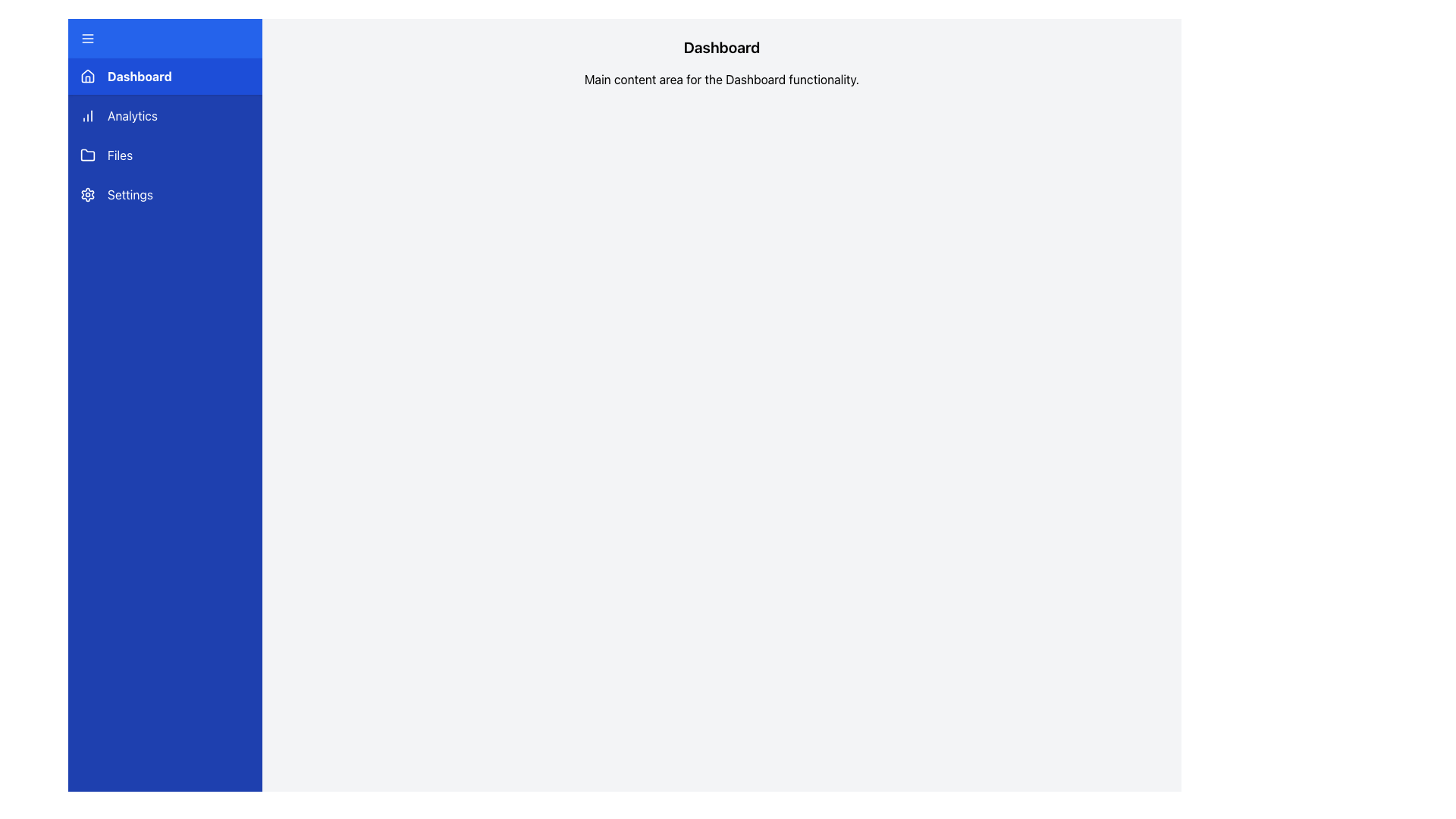 This screenshot has width=1456, height=819. I want to click on the folder icon in the left navigation panel, which represents the 'Files' navigation menu item, so click(86, 155).